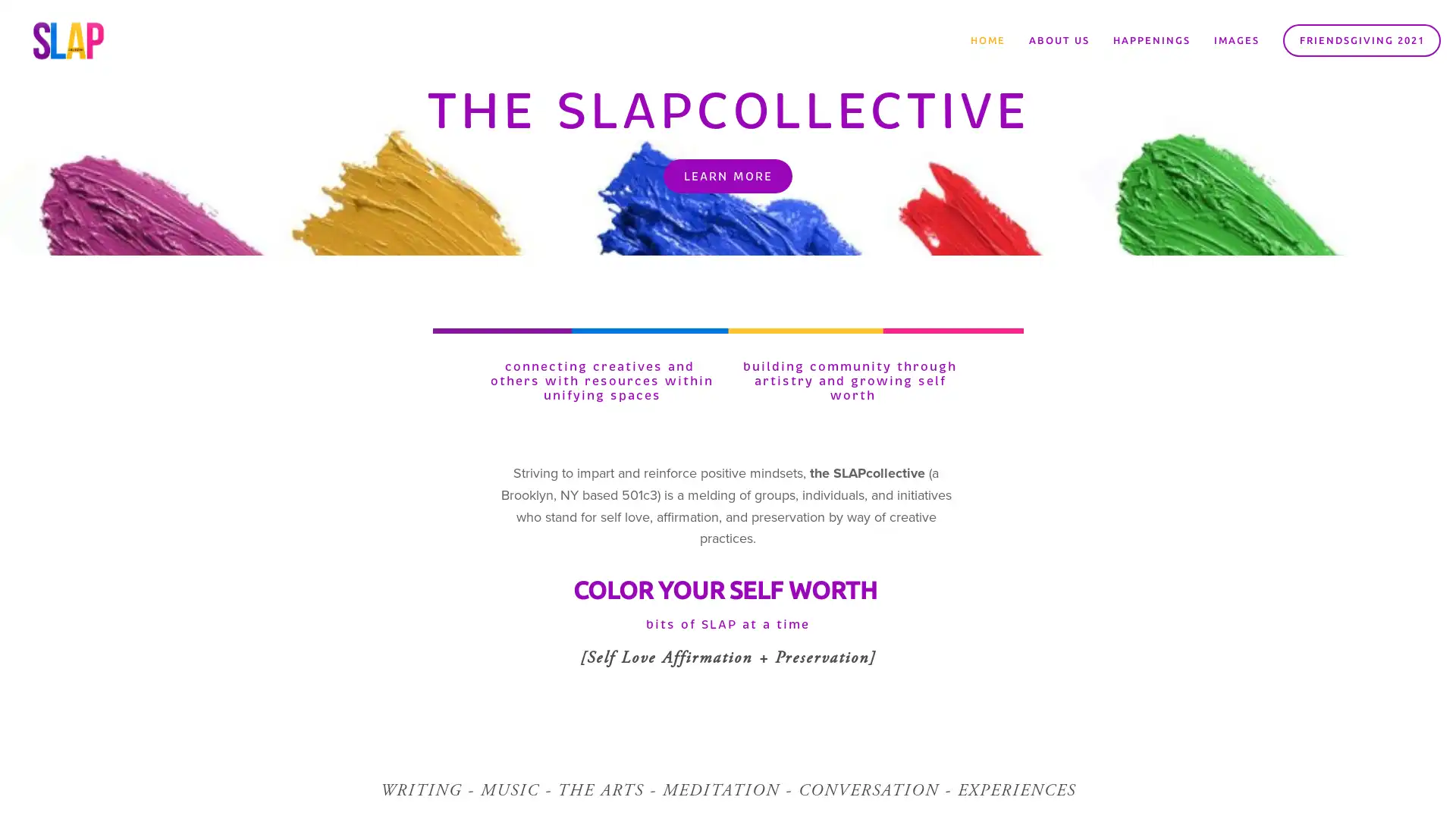 This screenshot has height=819, width=1456. Describe the element at coordinates (952, 235) in the screenshot. I see `Close` at that location.